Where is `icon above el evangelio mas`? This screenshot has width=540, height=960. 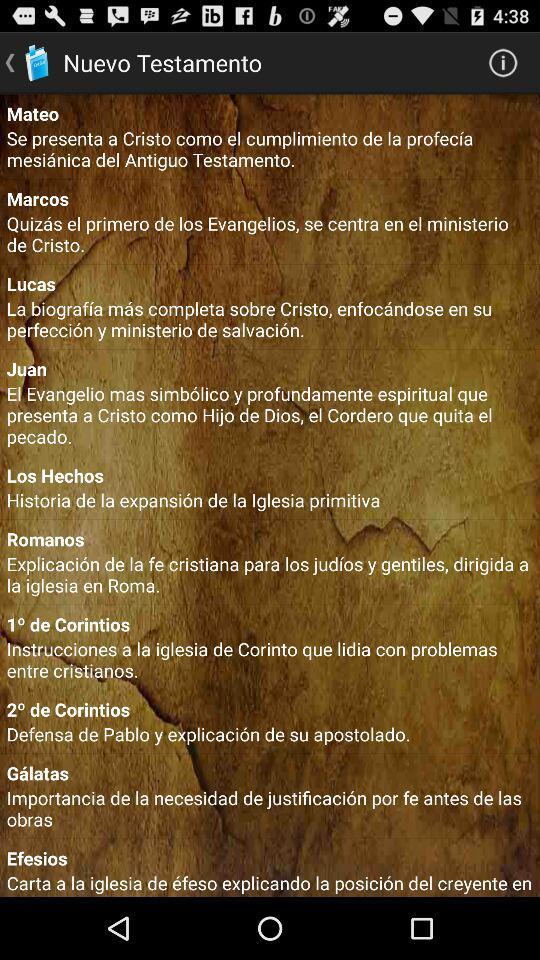
icon above el evangelio mas is located at coordinates (270, 368).